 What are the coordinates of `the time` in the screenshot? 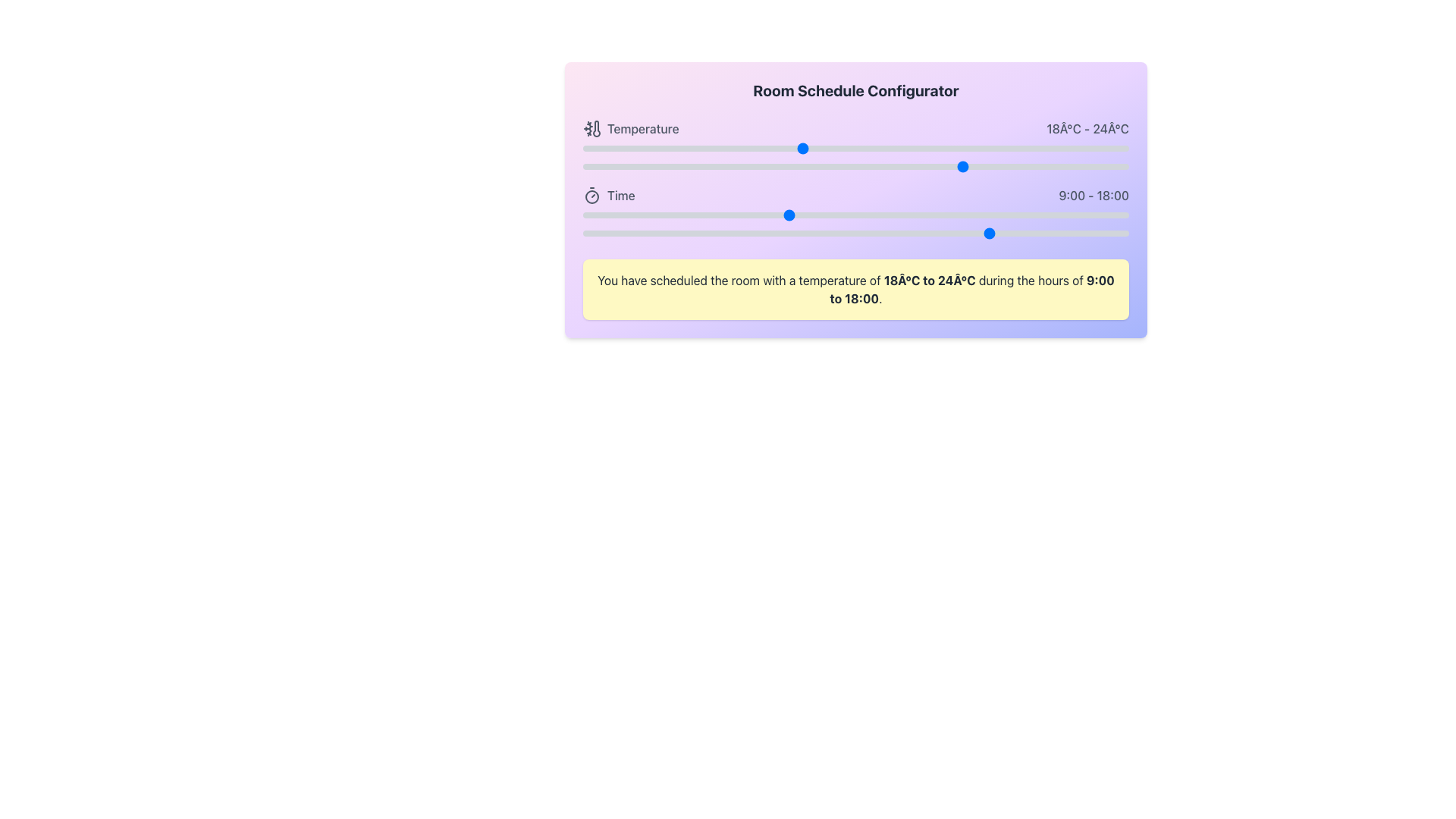 It's located at (810, 234).